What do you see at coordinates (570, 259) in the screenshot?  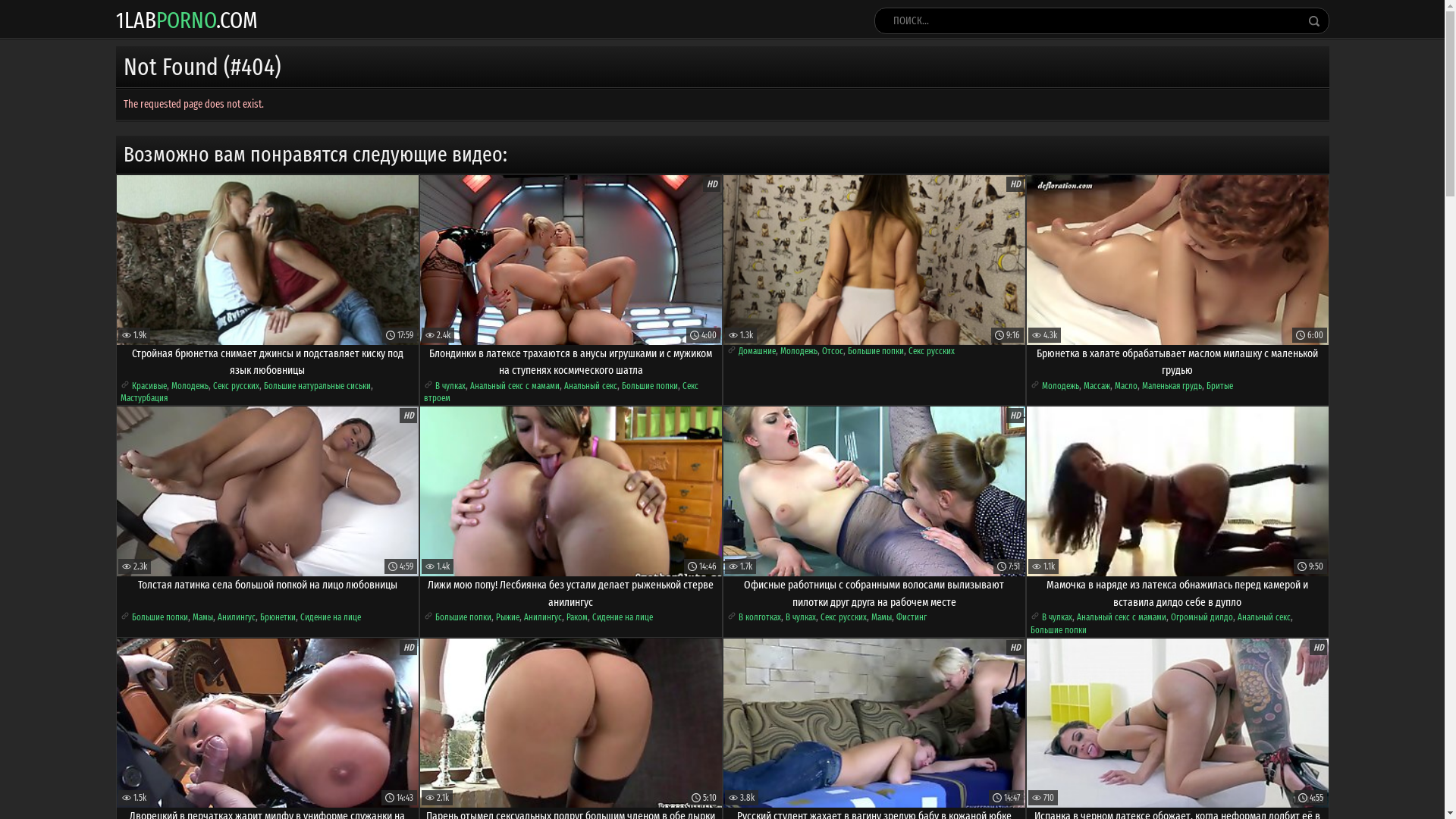 I see `'HD` at bounding box center [570, 259].